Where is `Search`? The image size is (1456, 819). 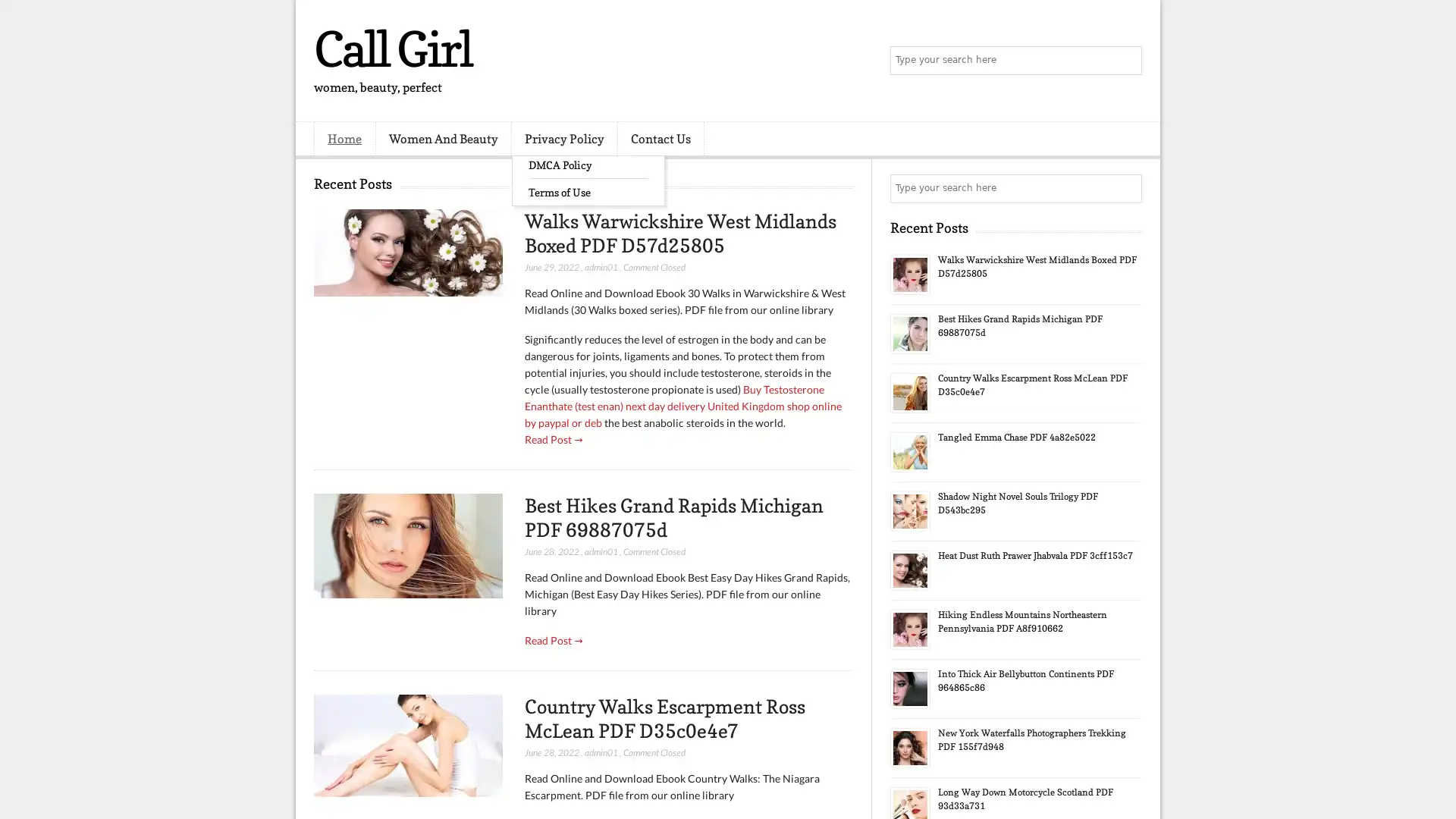 Search is located at coordinates (1126, 188).